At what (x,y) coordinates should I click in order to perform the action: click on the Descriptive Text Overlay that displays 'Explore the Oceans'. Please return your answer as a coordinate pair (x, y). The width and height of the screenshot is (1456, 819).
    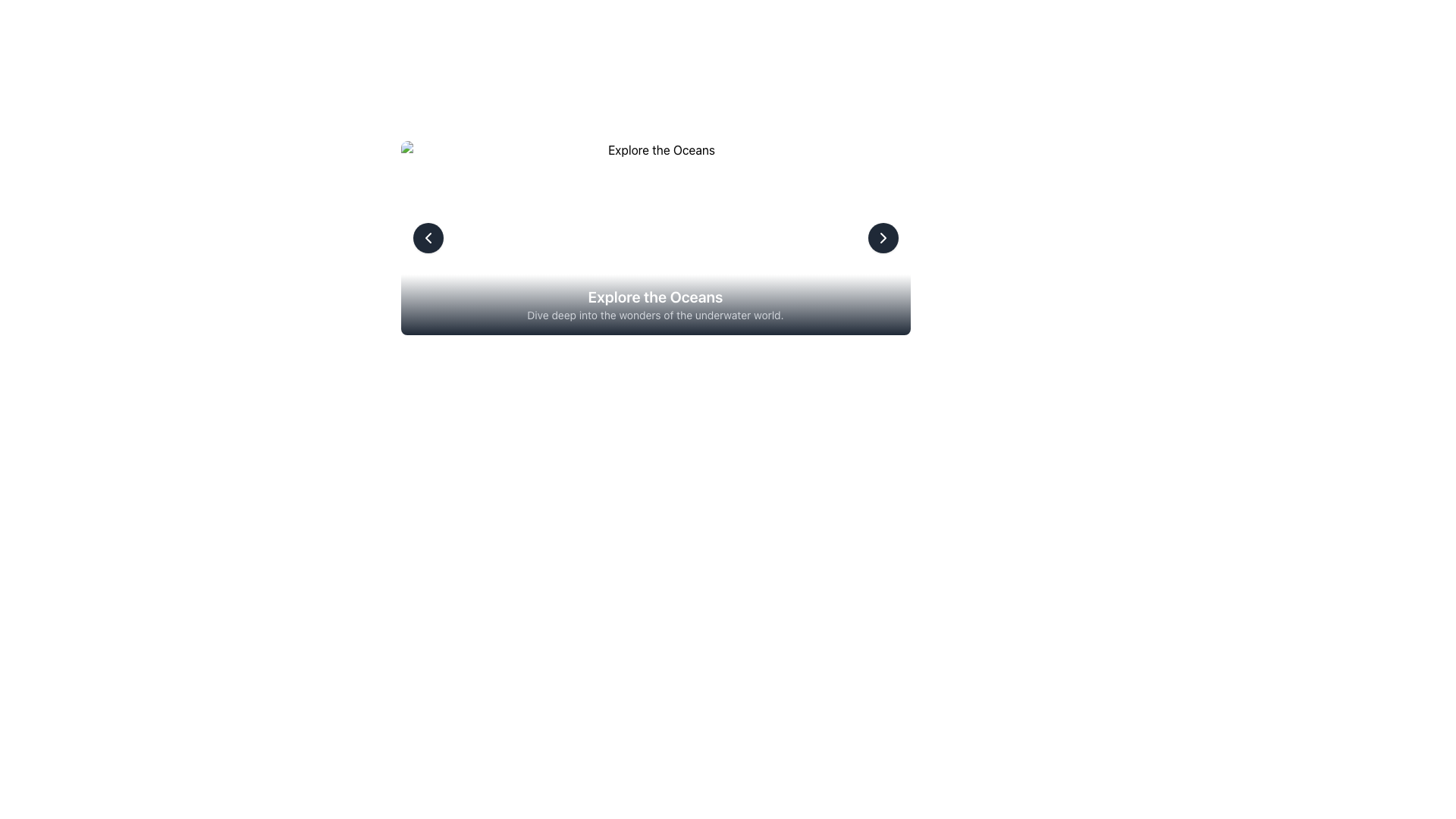
    Looking at the image, I should click on (655, 304).